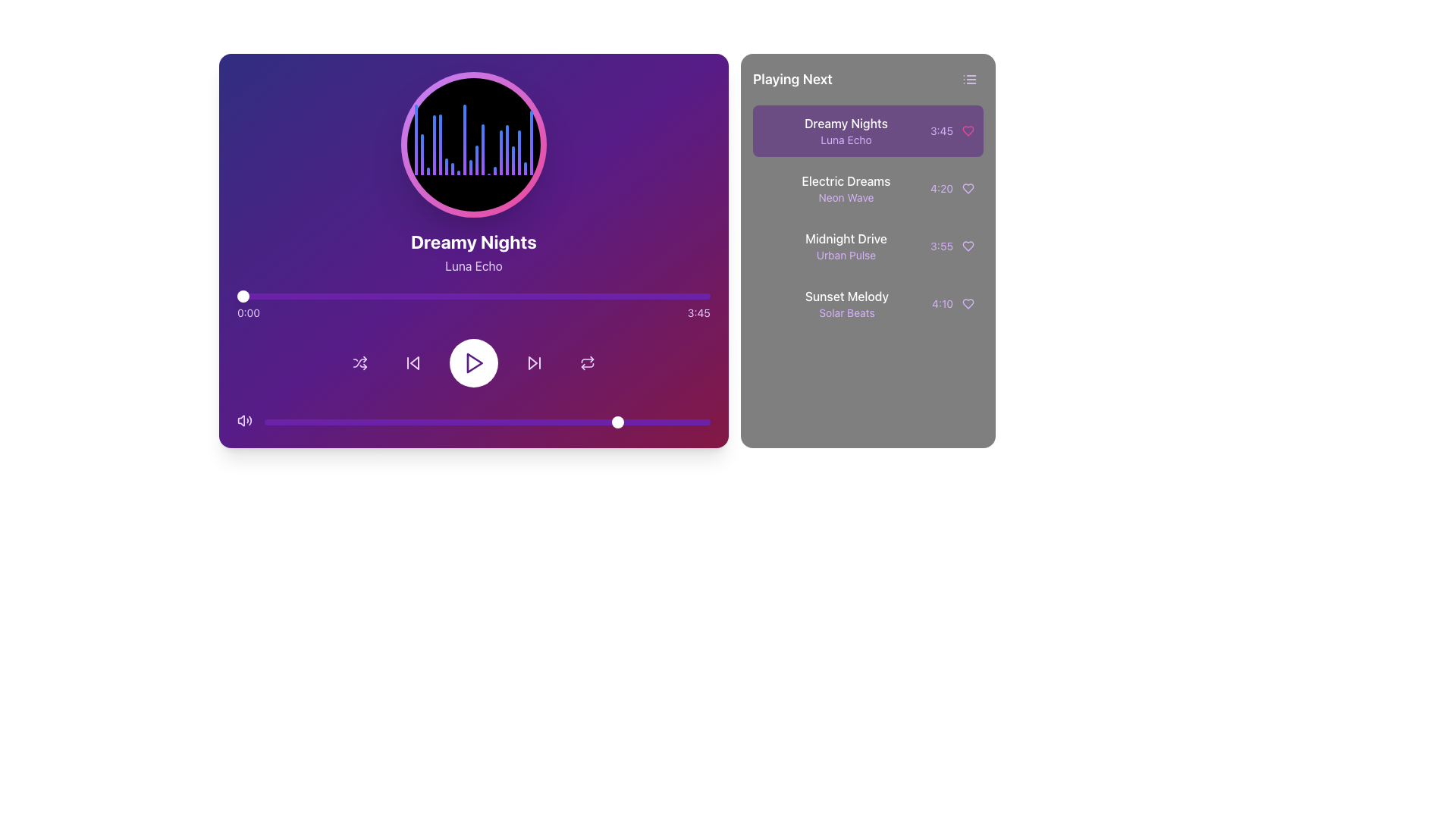 The width and height of the screenshot is (1456, 819). What do you see at coordinates (967, 130) in the screenshot?
I see `the like or favorite button located to the right of the timestamp '3:45' in the 'Playing Next' section for the item 'Dreamy Nights'` at bounding box center [967, 130].